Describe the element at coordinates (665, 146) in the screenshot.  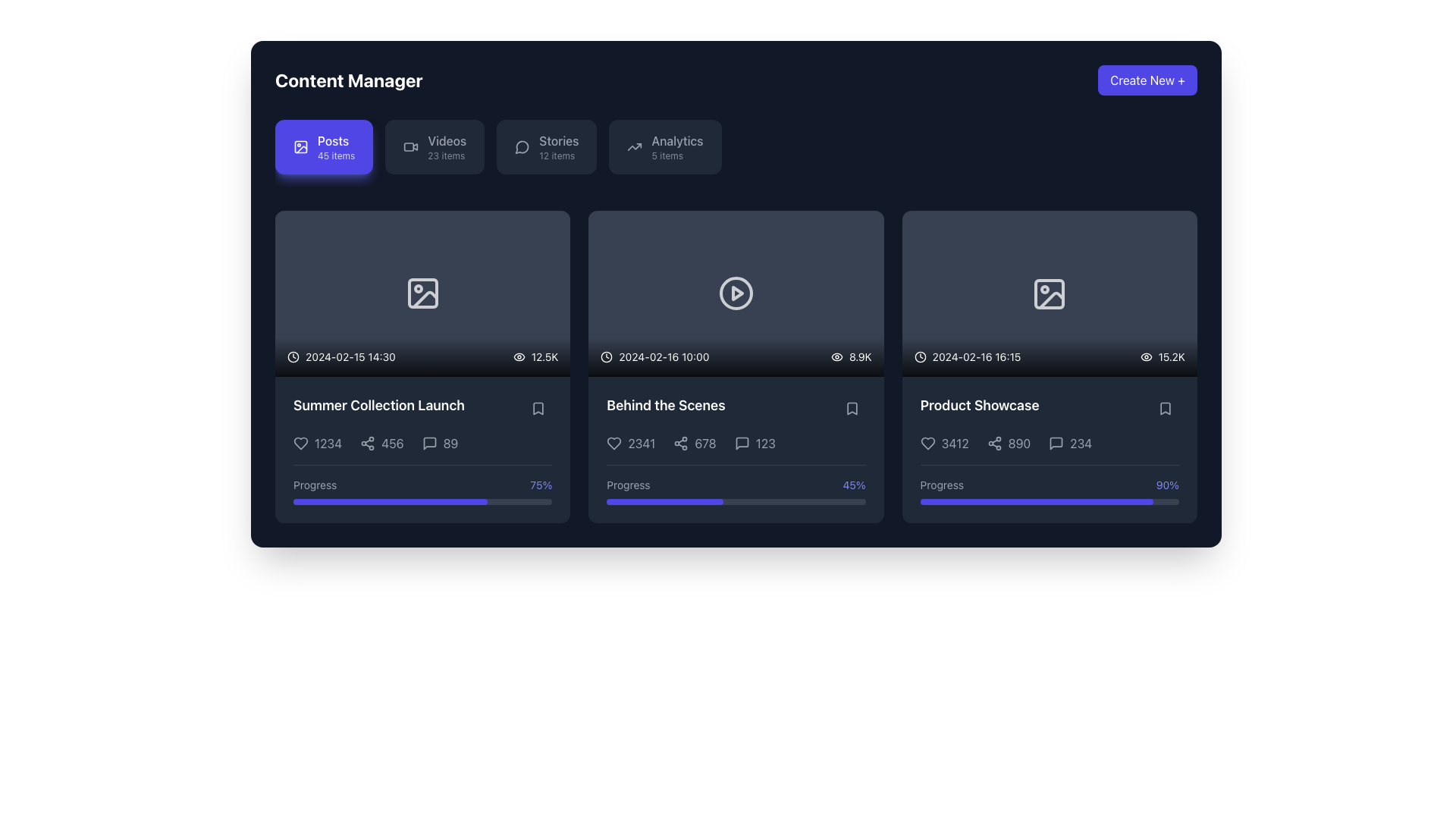
I see `the 'Analytics' button` at that location.